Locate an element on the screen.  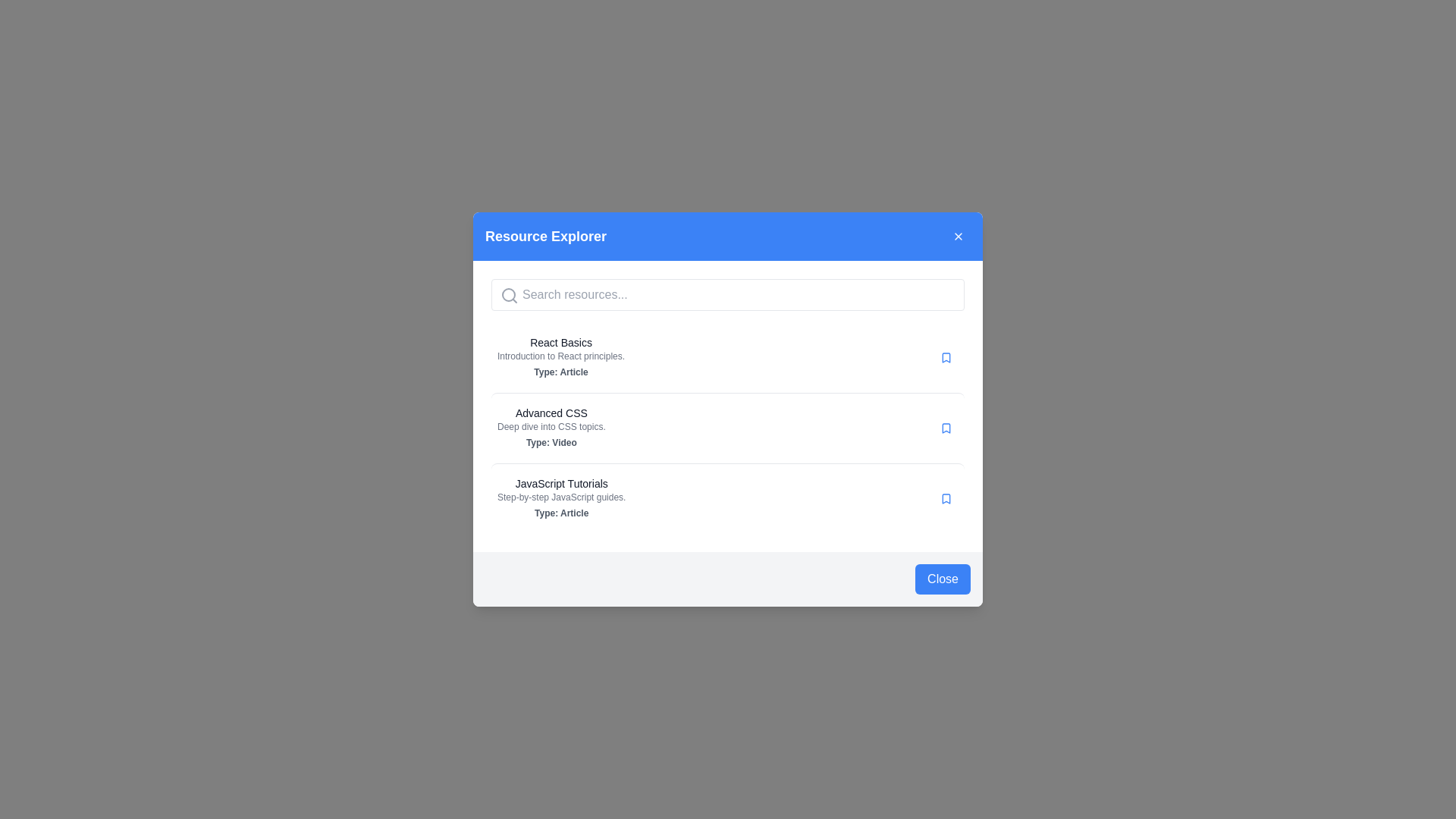
text label that displays 'Type: Article', located under the description block of the 'JavaScript Tutorials' resource group is located at coordinates (560, 513).